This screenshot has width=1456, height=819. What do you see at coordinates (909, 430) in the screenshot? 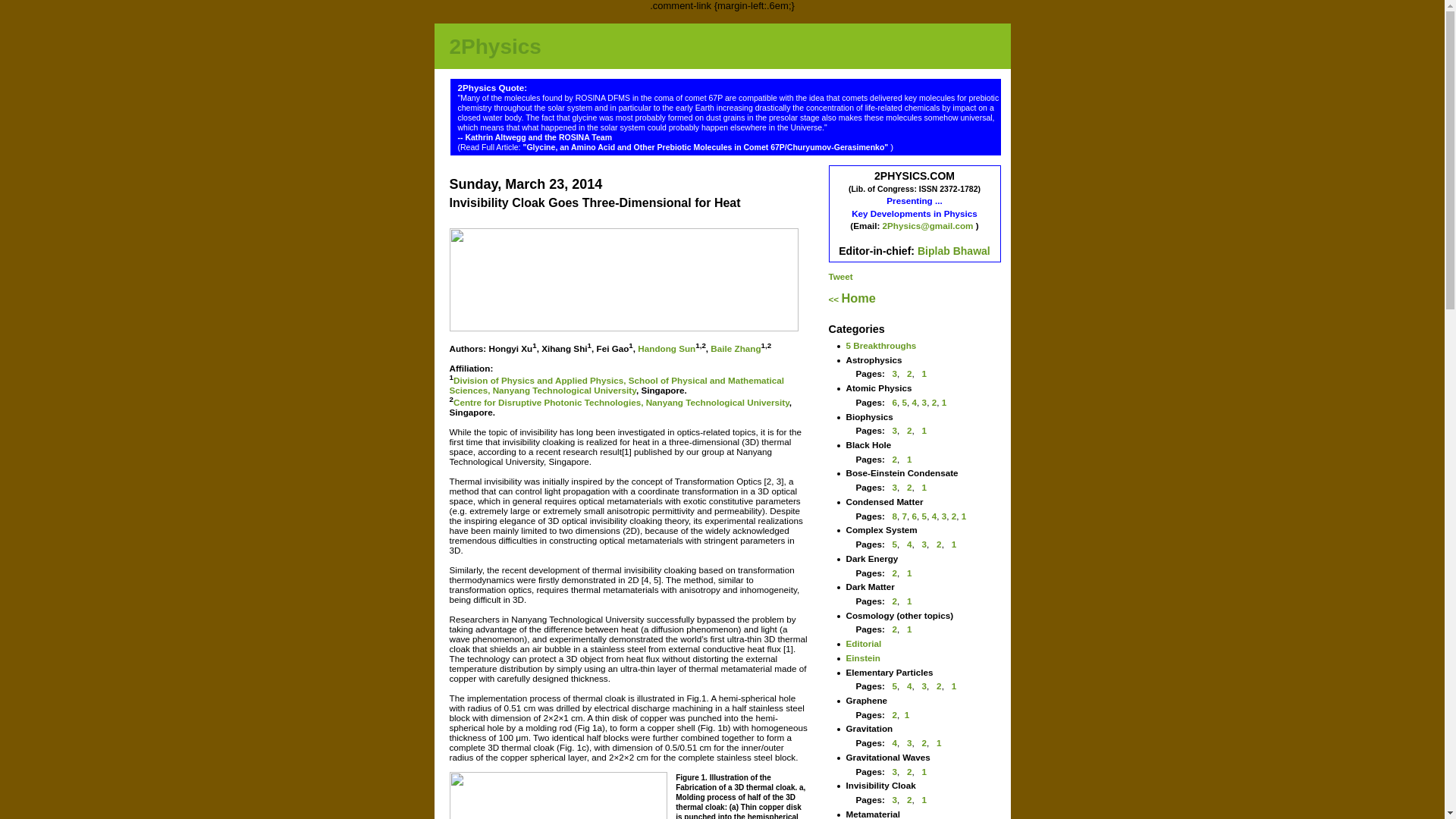
I see `'2'` at bounding box center [909, 430].